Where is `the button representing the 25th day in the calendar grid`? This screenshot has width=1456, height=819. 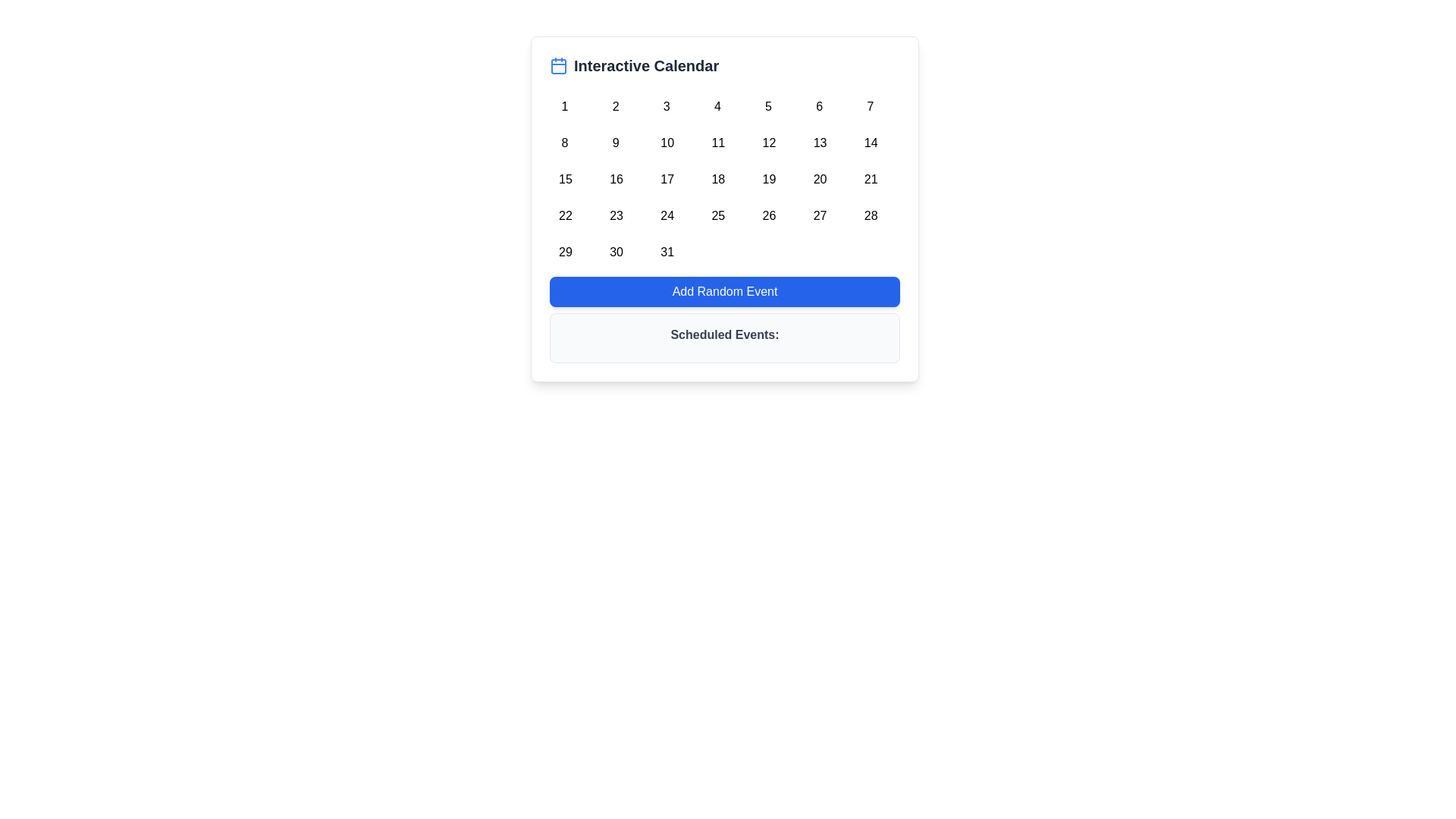
the button representing the 25th day in the calendar grid is located at coordinates (717, 213).